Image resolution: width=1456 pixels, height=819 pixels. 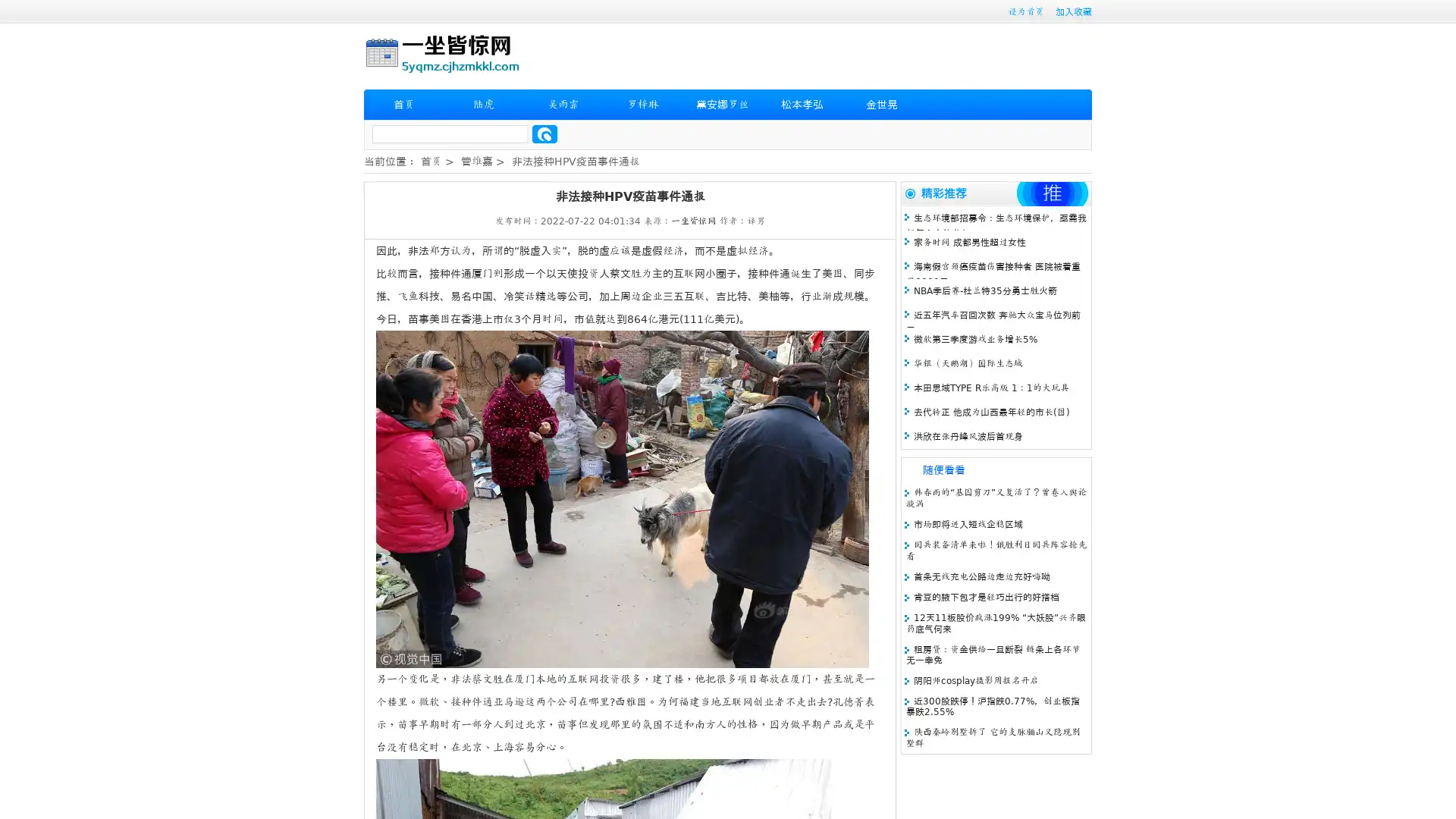 What do you see at coordinates (544, 133) in the screenshot?
I see `Search` at bounding box center [544, 133].